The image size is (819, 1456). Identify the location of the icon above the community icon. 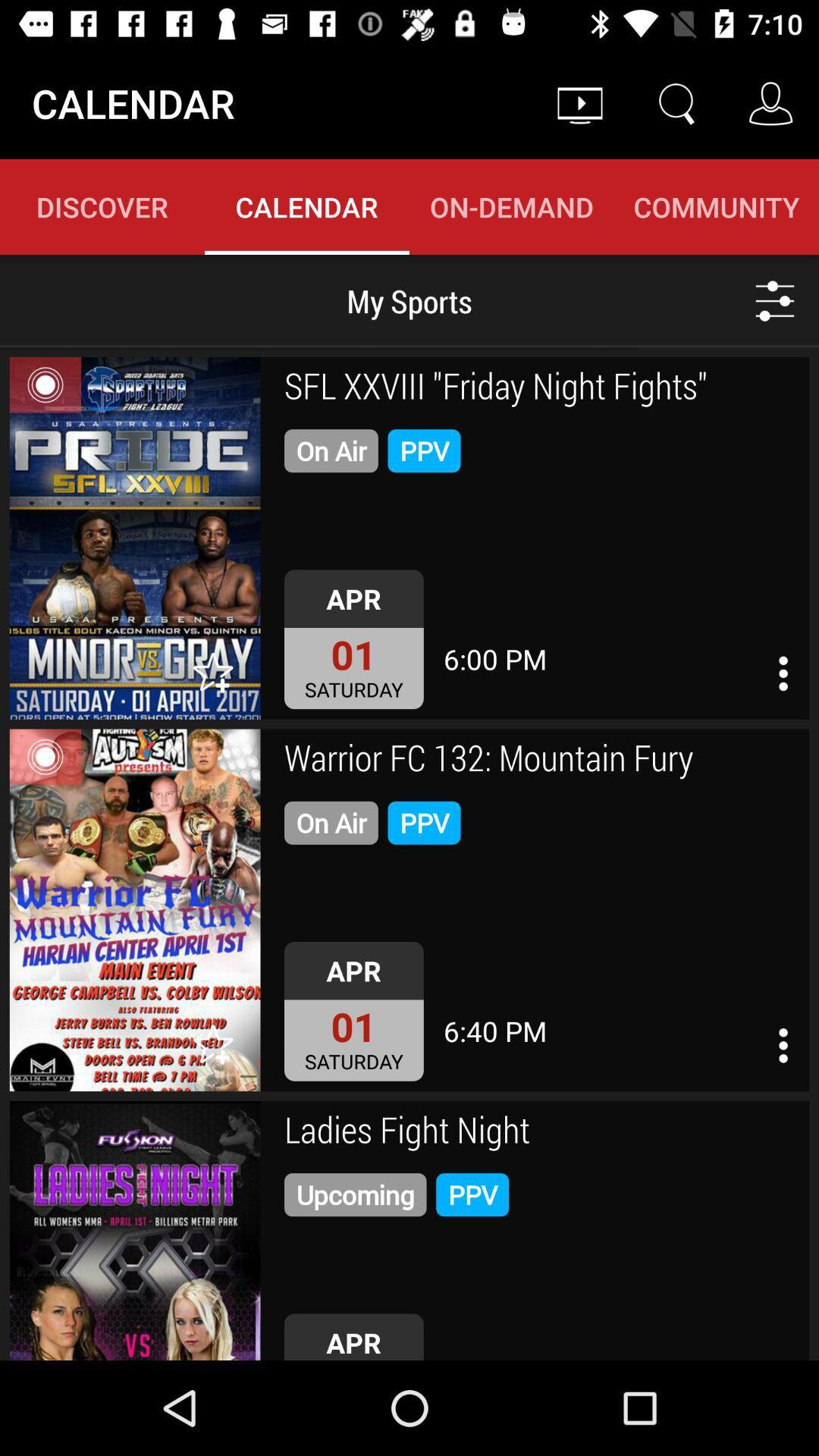
(675, 102).